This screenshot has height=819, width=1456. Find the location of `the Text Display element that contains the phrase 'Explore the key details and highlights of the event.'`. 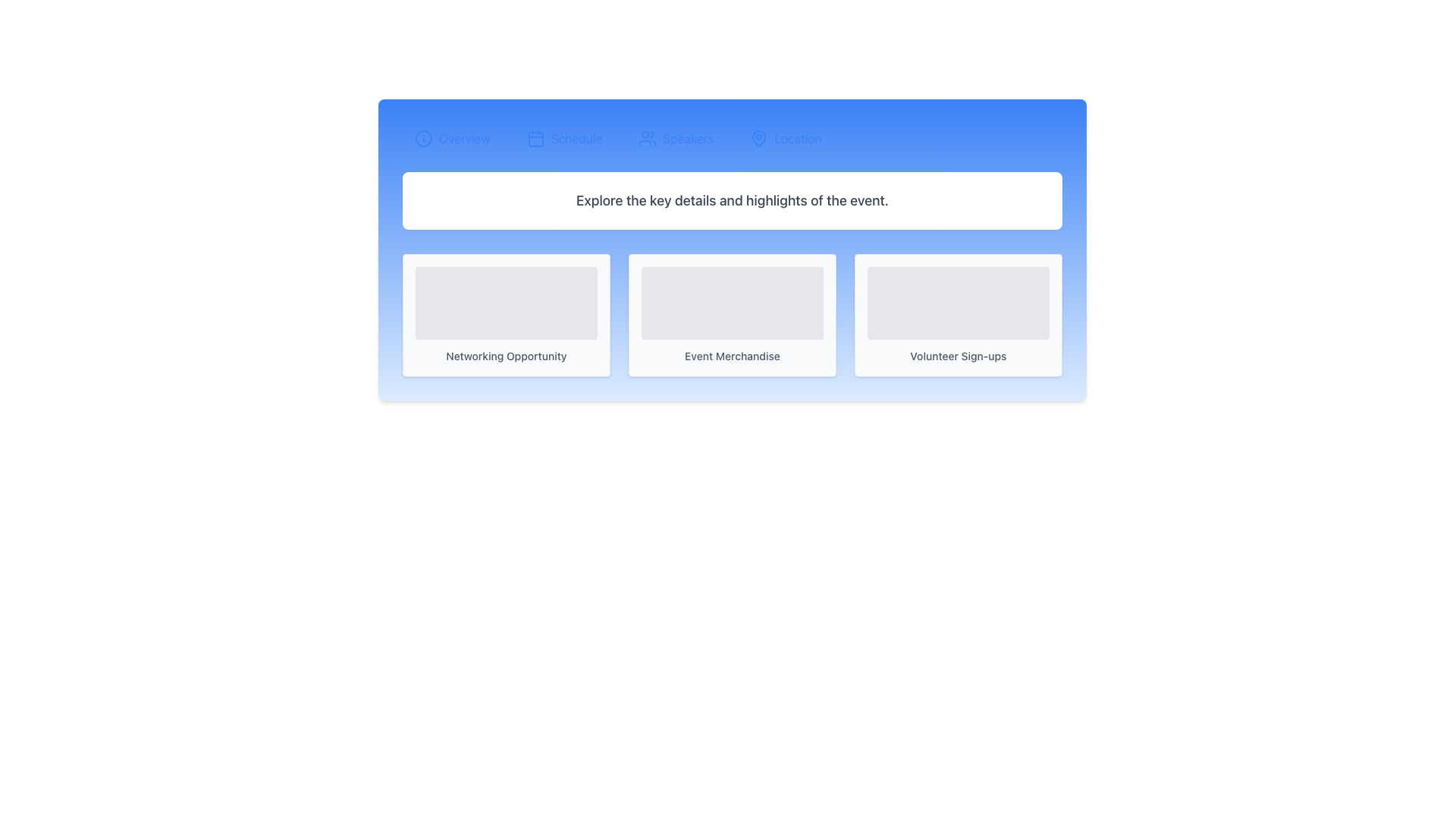

the Text Display element that contains the phrase 'Explore the key details and highlights of the event.' is located at coordinates (732, 200).